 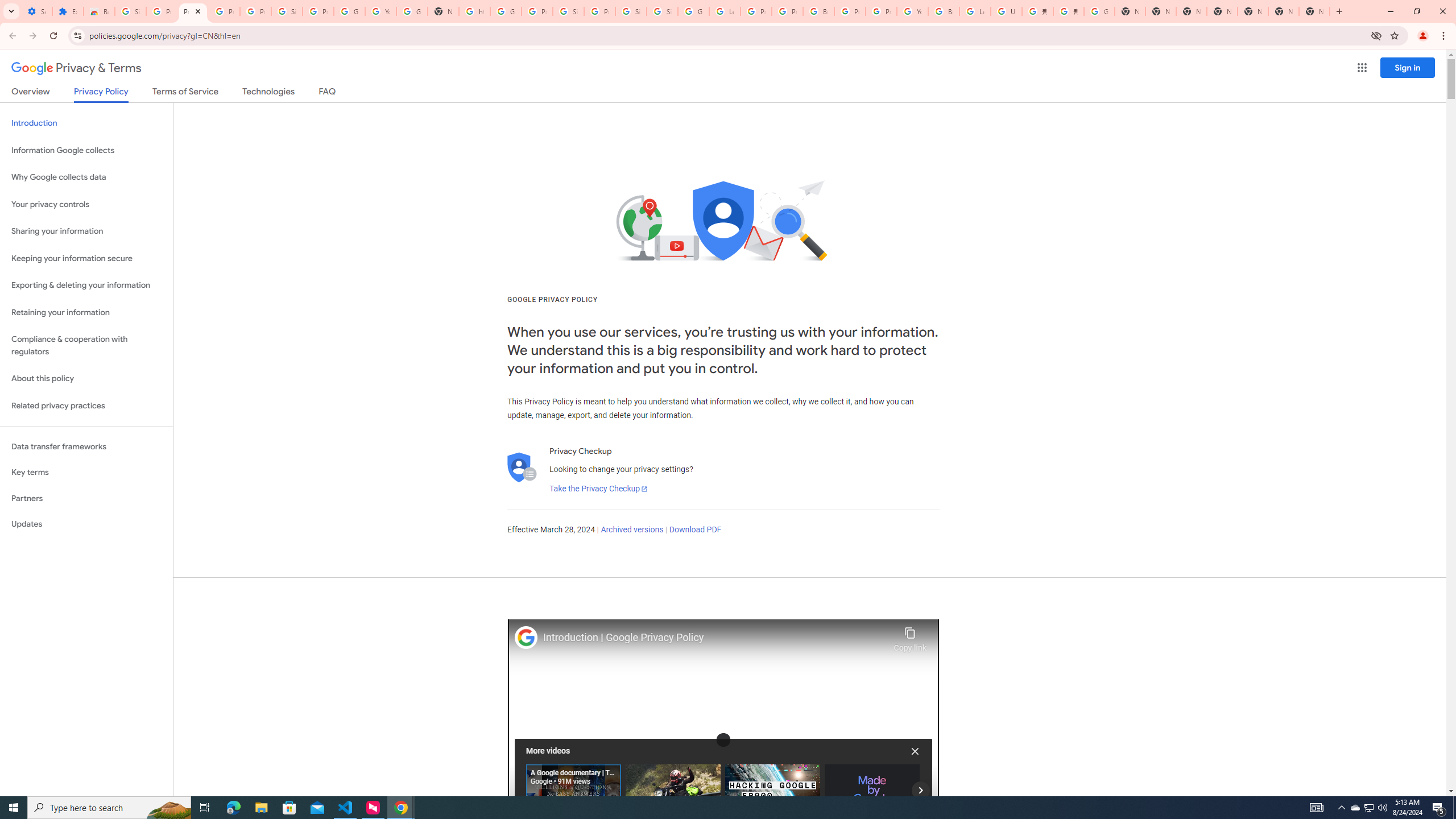 What do you see at coordinates (86, 446) in the screenshot?
I see `'Data transfer frameworks'` at bounding box center [86, 446].